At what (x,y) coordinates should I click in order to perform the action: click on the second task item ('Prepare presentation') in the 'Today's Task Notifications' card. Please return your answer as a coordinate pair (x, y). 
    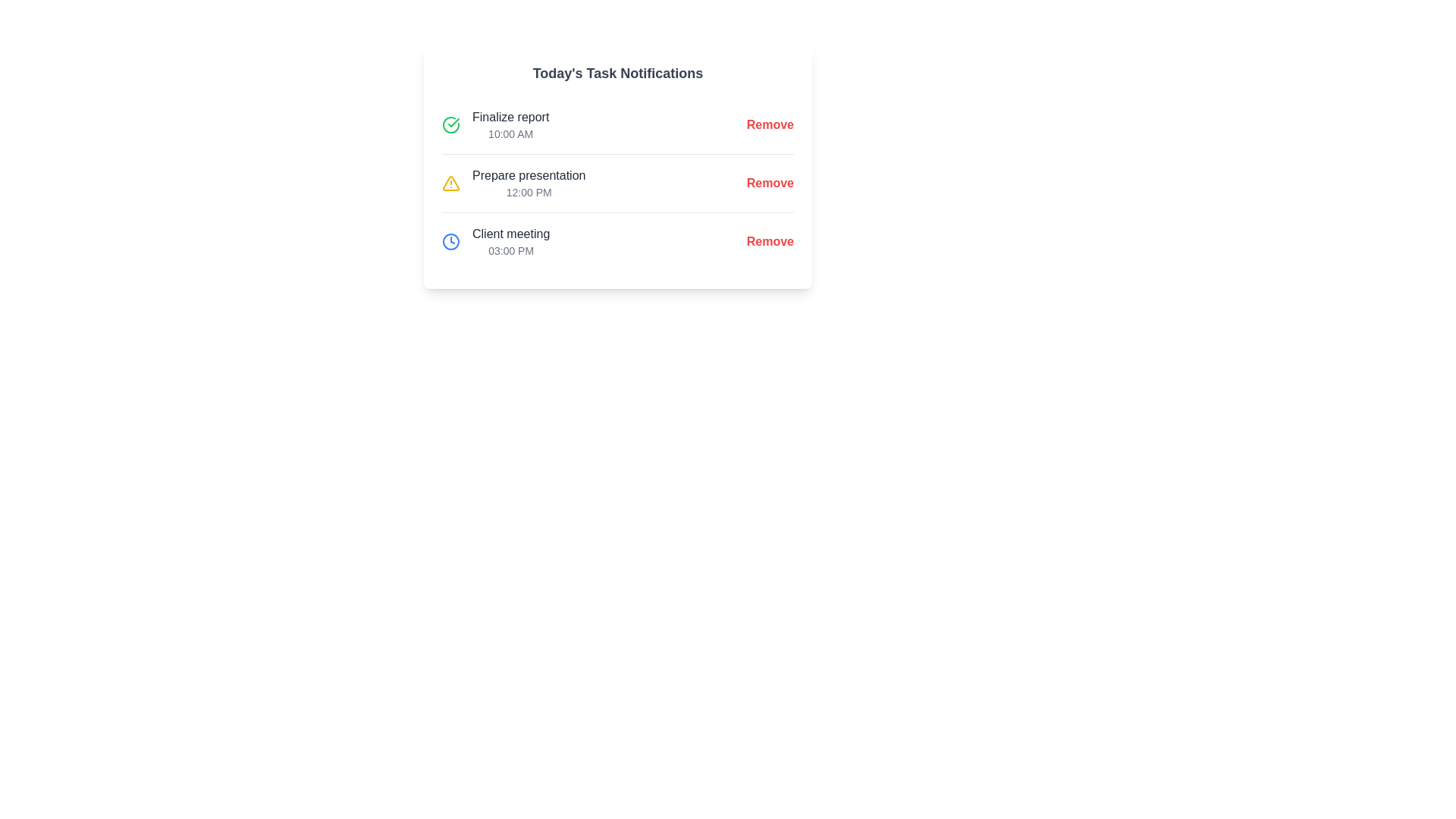
    Looking at the image, I should click on (618, 166).